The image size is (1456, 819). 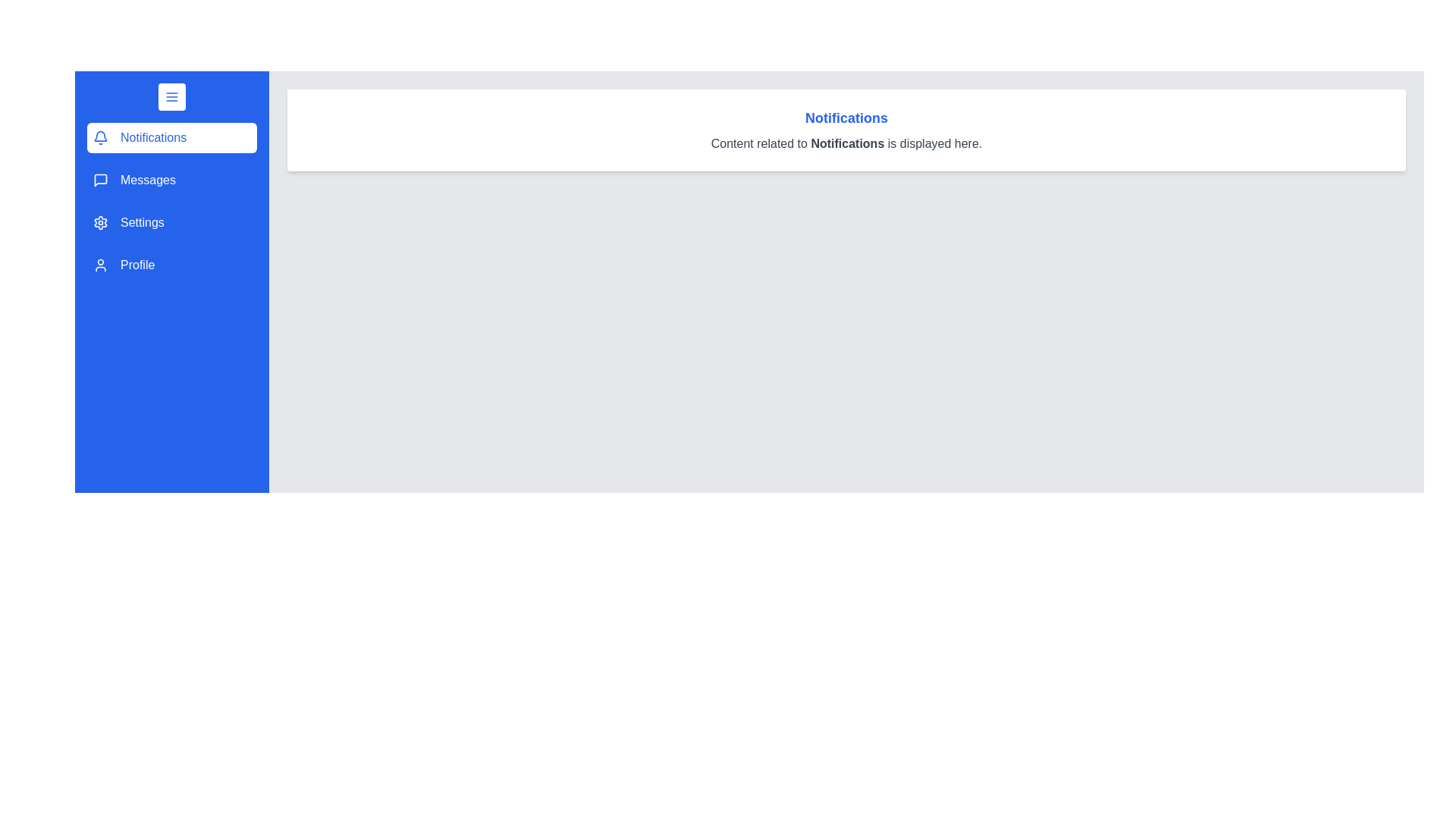 I want to click on the menu section labeled Profile, so click(x=171, y=265).